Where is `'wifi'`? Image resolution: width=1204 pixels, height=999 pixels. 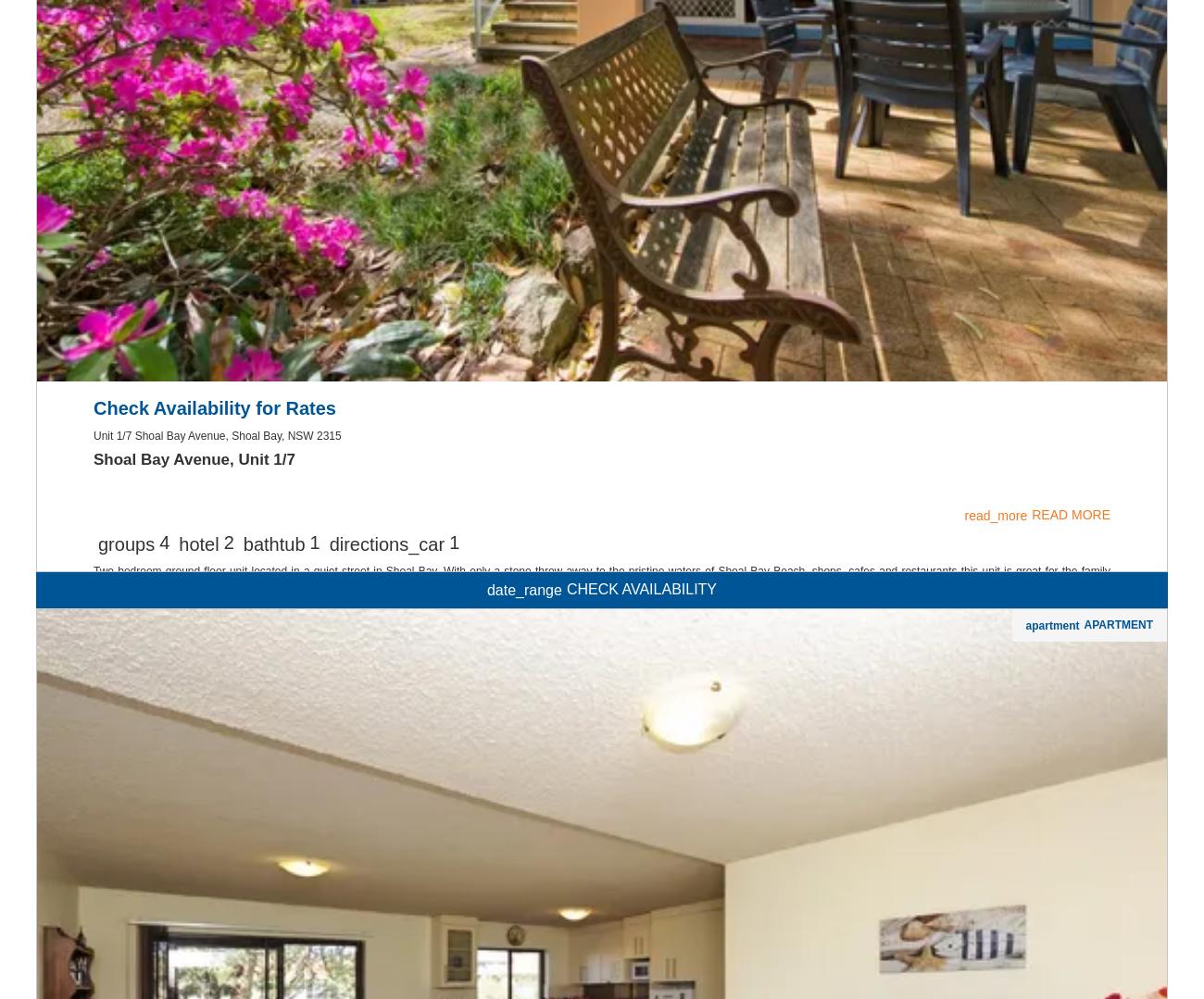 'wifi' is located at coordinates (601, 937).